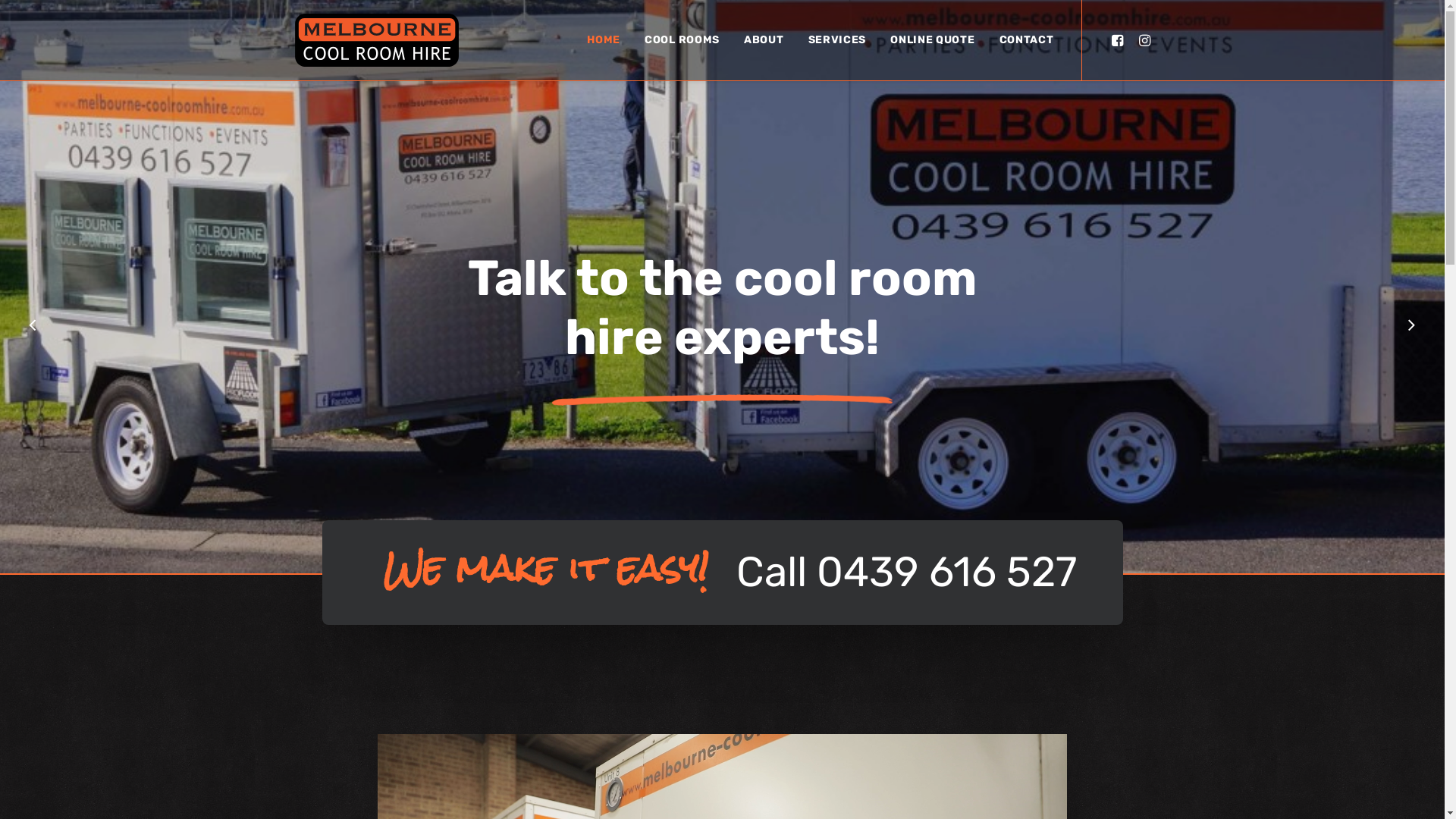 This screenshot has height=819, width=1456. I want to click on 'COOL ROOMS', so click(681, 39).